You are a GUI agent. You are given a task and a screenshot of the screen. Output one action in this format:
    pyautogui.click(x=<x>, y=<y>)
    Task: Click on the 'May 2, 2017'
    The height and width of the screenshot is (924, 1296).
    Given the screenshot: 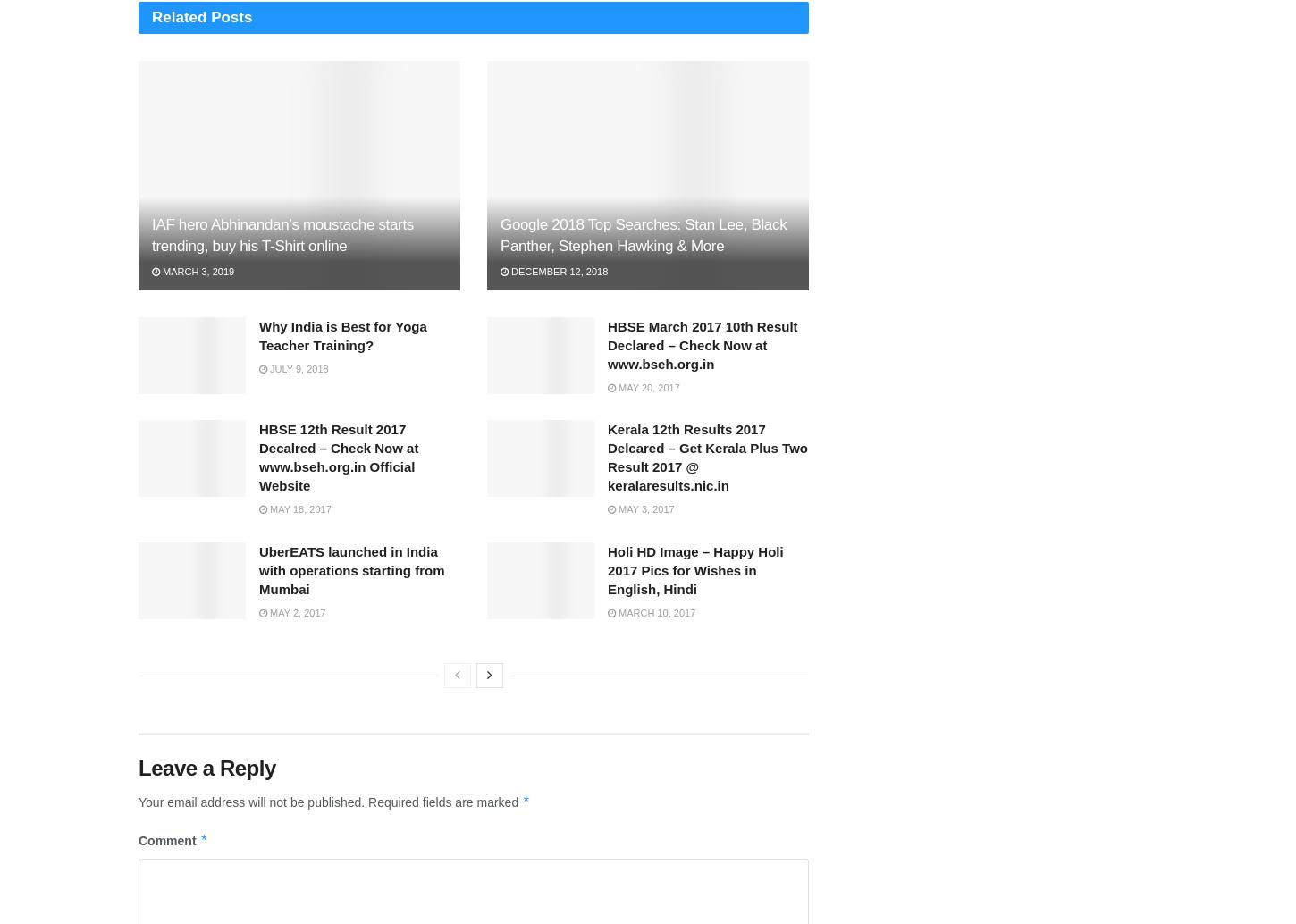 What is the action you would take?
    pyautogui.click(x=296, y=612)
    